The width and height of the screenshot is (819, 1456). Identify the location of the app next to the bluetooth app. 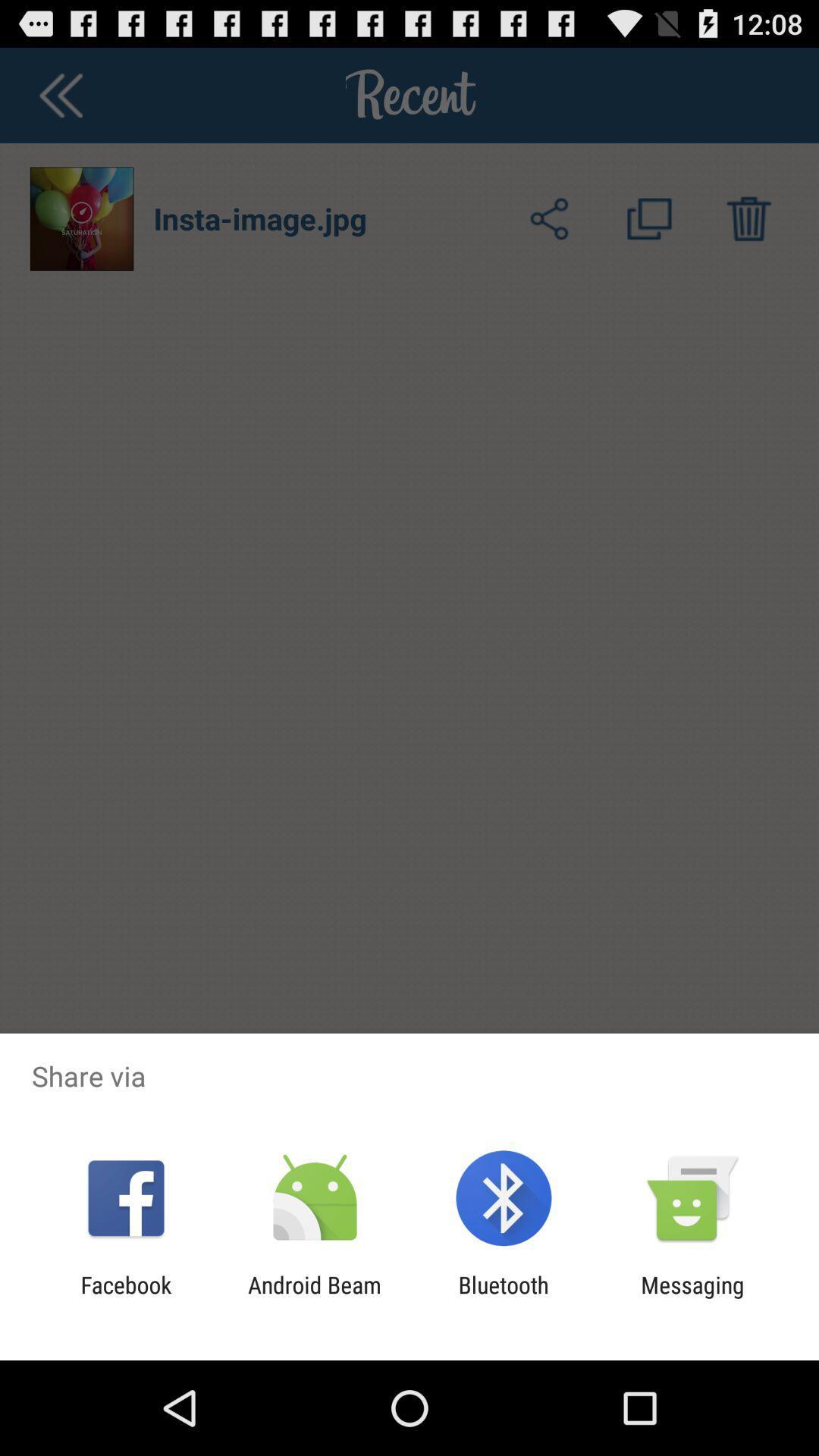
(692, 1298).